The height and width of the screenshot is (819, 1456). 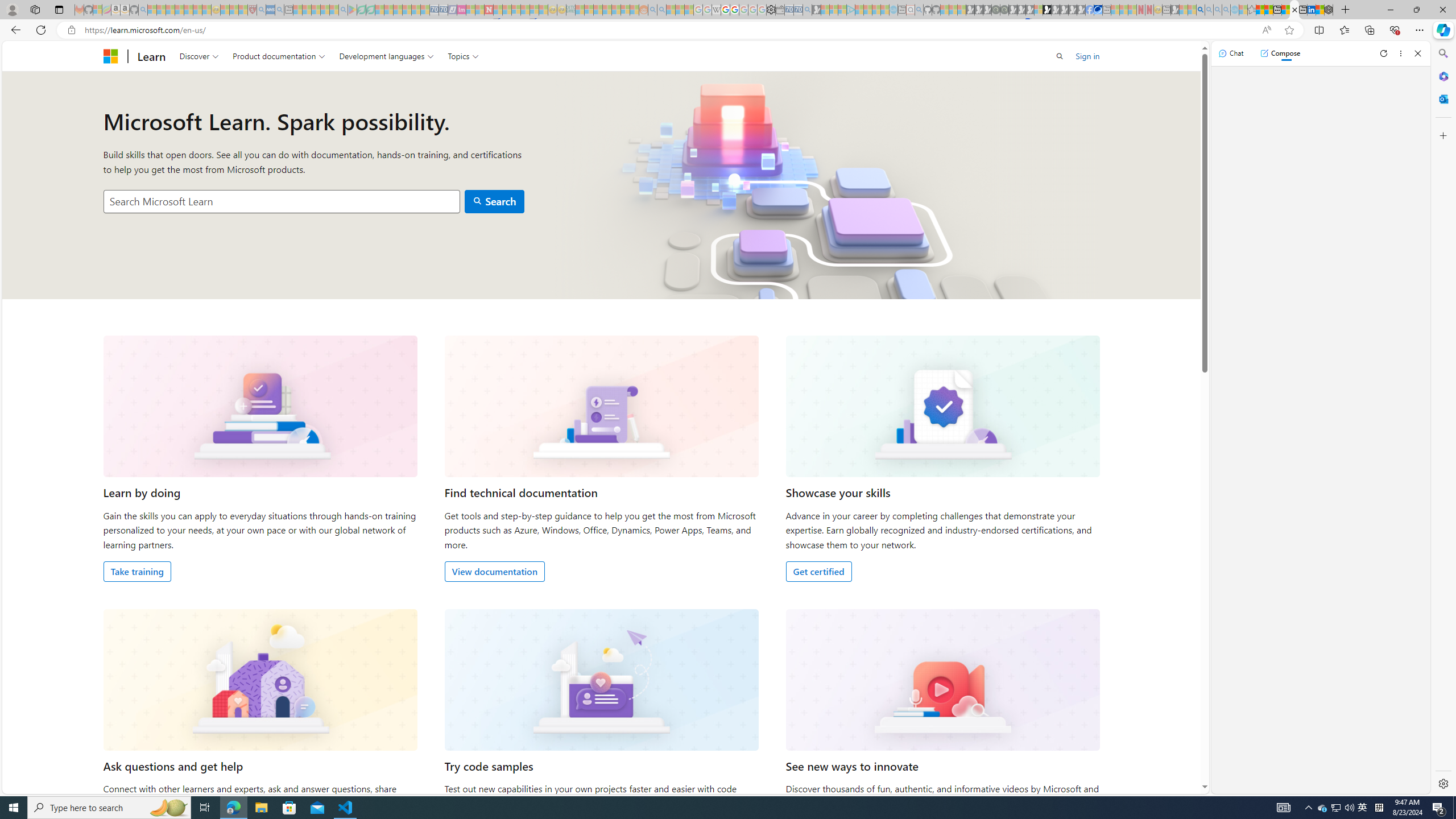 What do you see at coordinates (463, 55) in the screenshot?
I see `'Topics'` at bounding box center [463, 55].